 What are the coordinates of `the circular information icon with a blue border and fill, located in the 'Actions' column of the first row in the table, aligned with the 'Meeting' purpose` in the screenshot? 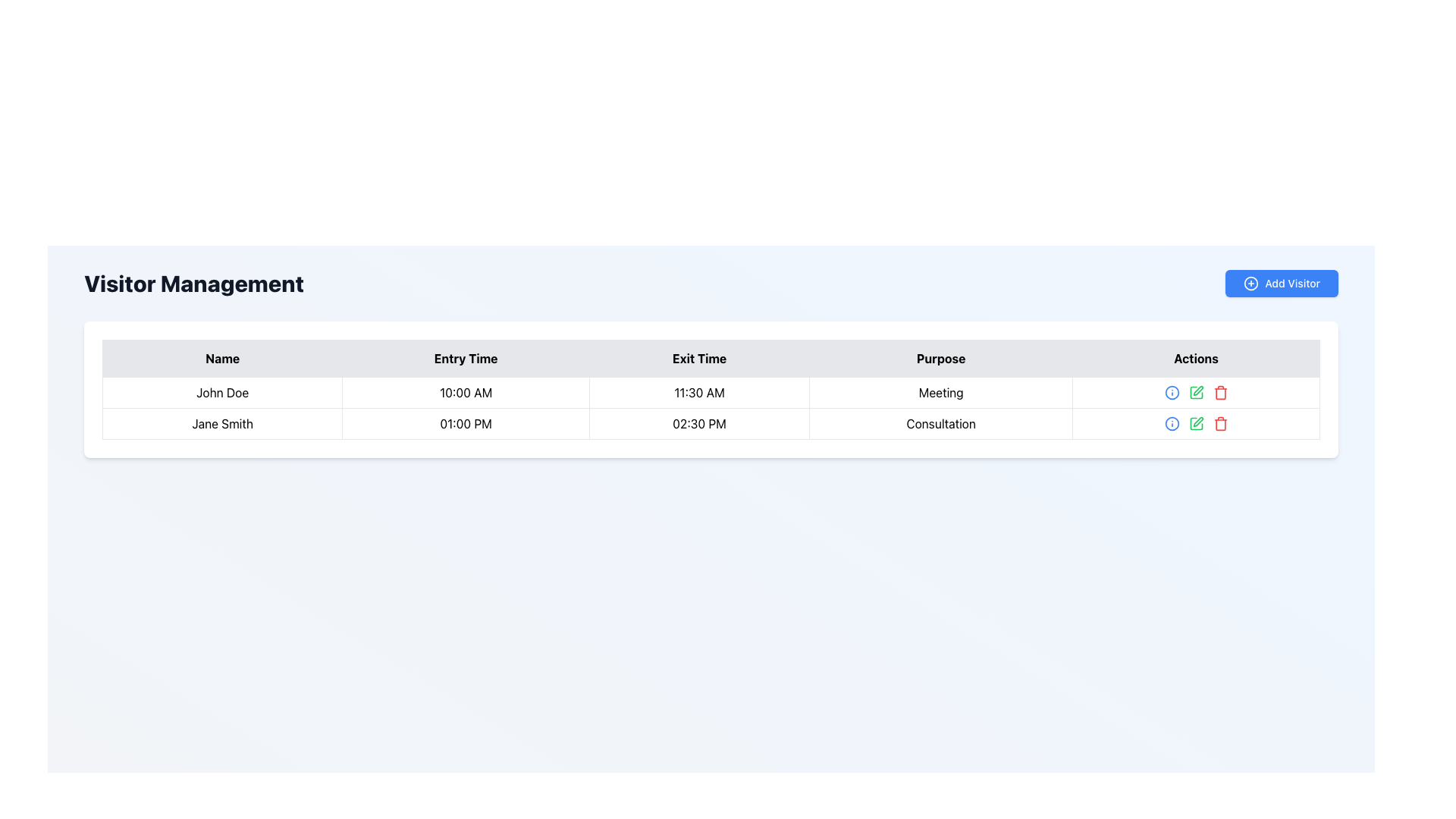 It's located at (1171, 424).